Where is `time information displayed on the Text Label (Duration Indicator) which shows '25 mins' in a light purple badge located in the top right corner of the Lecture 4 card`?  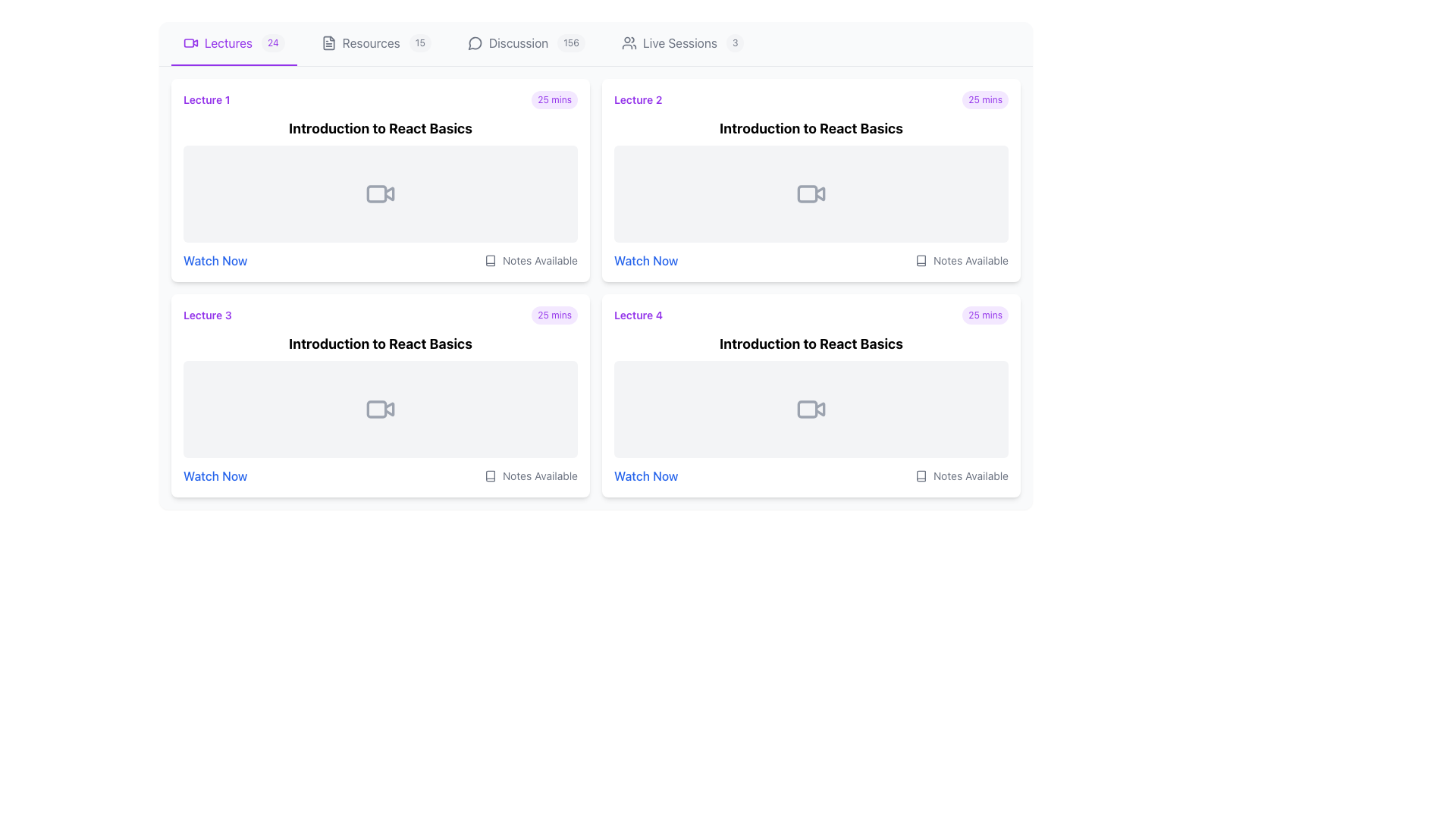 time information displayed on the Text Label (Duration Indicator) which shows '25 mins' in a light purple badge located in the top right corner of the Lecture 4 card is located at coordinates (985, 315).